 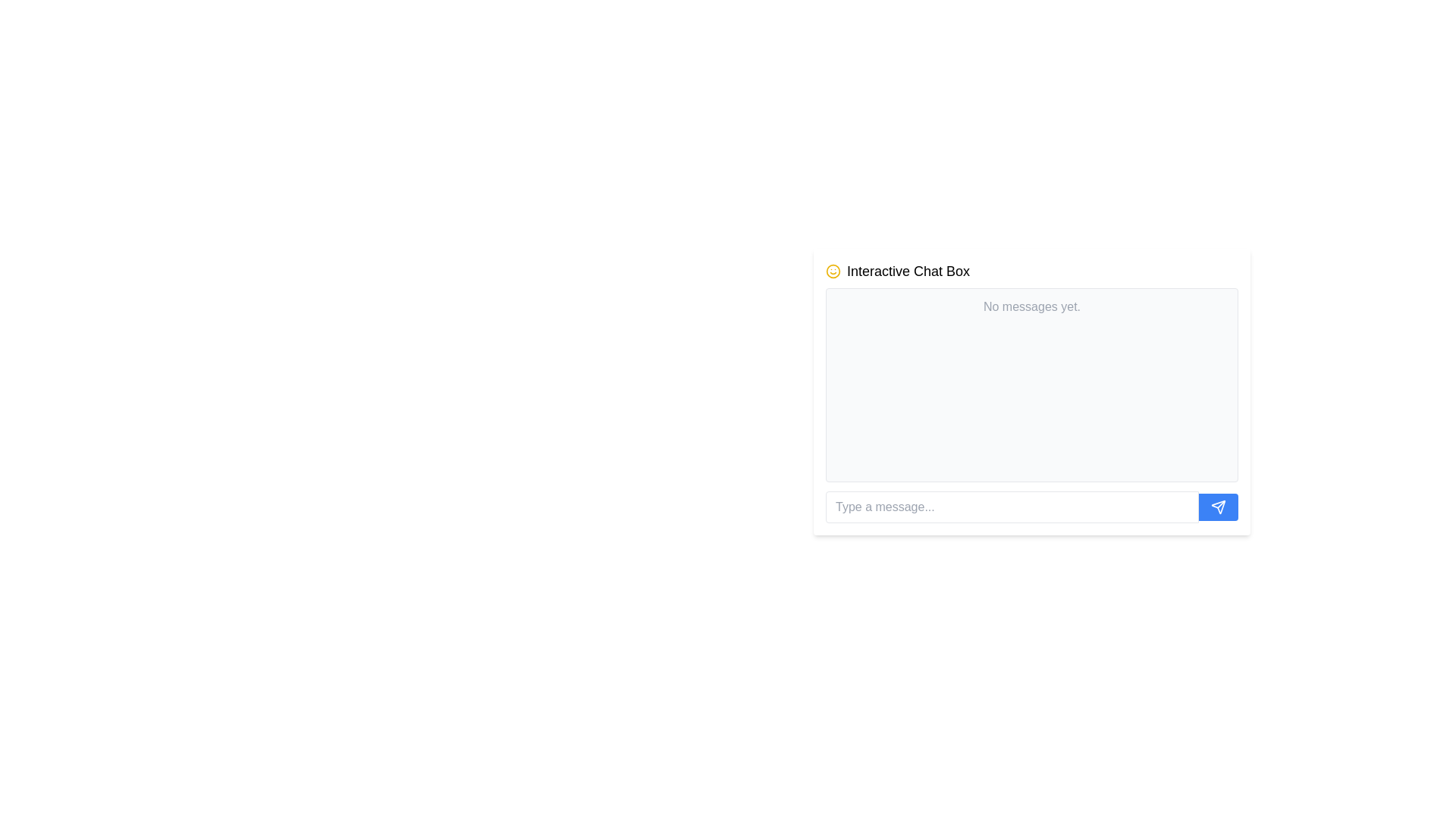 I want to click on the paper airplane icon located at the bottom-right corner of the Interactive Chat Box interface, which symbolizes a 'send' action, so click(x=1219, y=507).